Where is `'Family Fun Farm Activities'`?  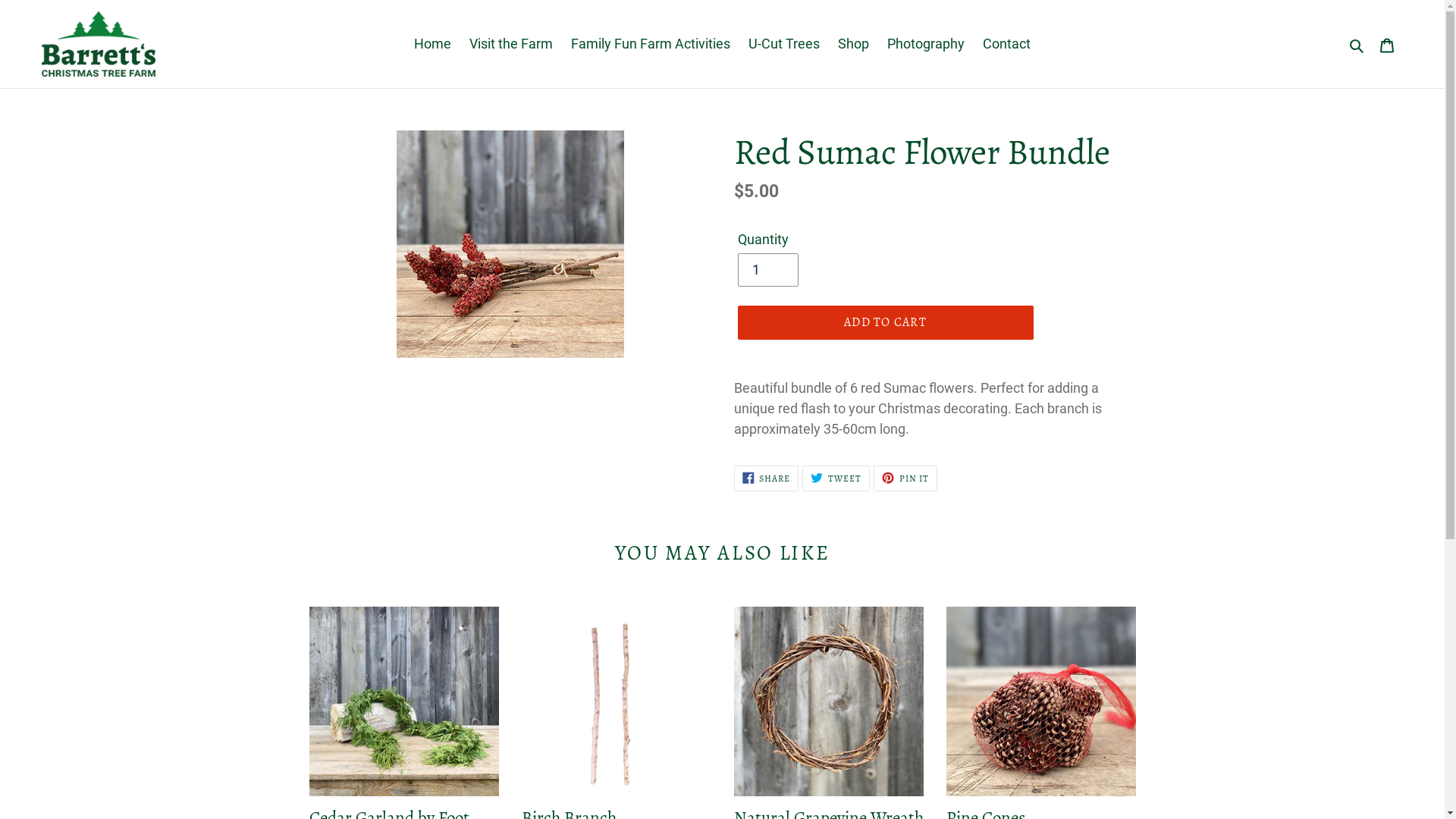 'Family Fun Farm Activities' is located at coordinates (651, 42).